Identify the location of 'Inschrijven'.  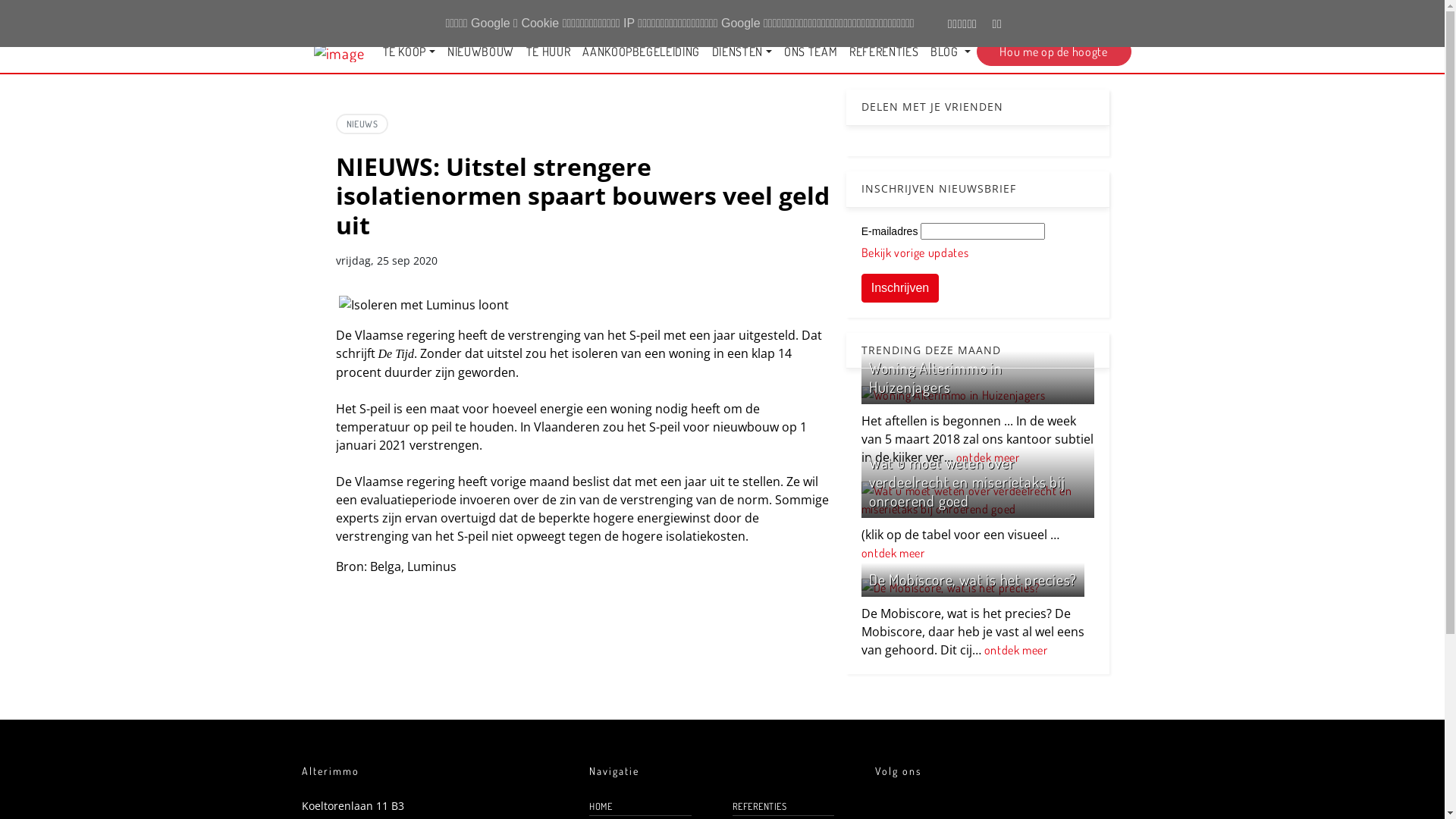
(899, 288).